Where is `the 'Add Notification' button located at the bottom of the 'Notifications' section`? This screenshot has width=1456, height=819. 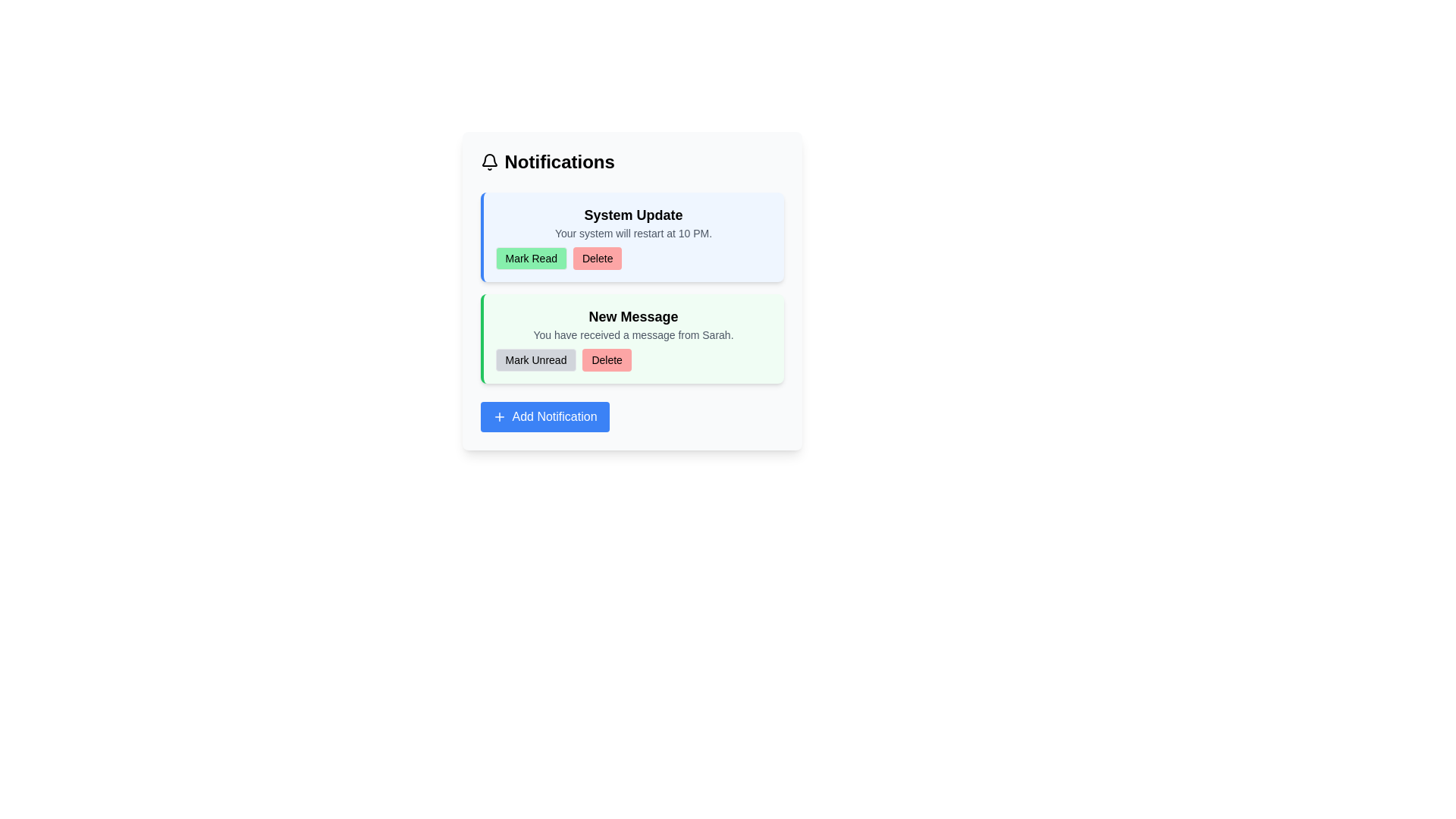 the 'Add Notification' button located at the bottom of the 'Notifications' section is located at coordinates (544, 417).